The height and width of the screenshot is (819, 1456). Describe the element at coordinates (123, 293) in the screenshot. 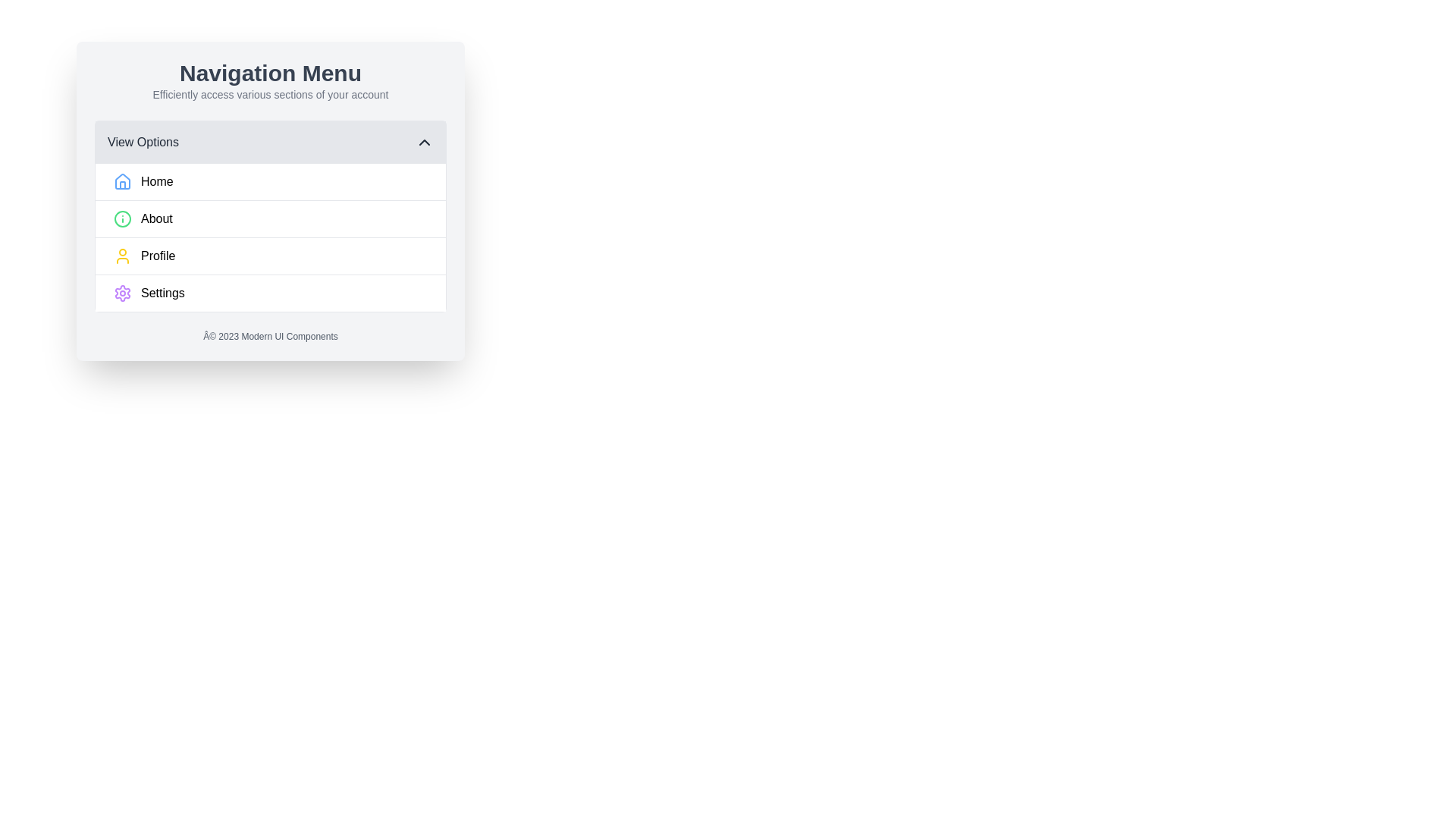

I see `the gear icon, which serves as a shortcut to the settings section and is positioned next to the 'Settings' text in the navigation menu` at that location.